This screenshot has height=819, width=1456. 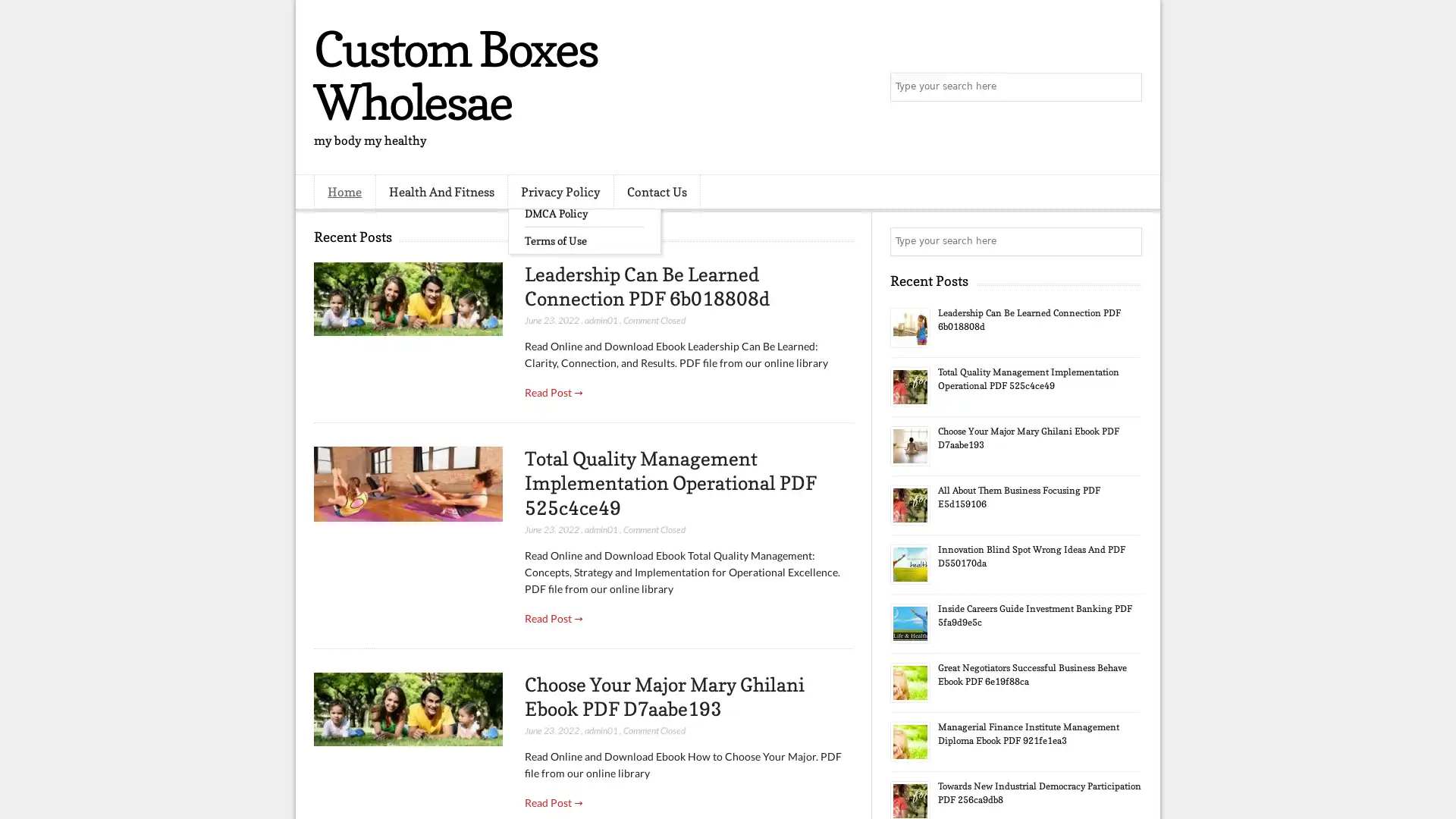 I want to click on Search, so click(x=1126, y=87).